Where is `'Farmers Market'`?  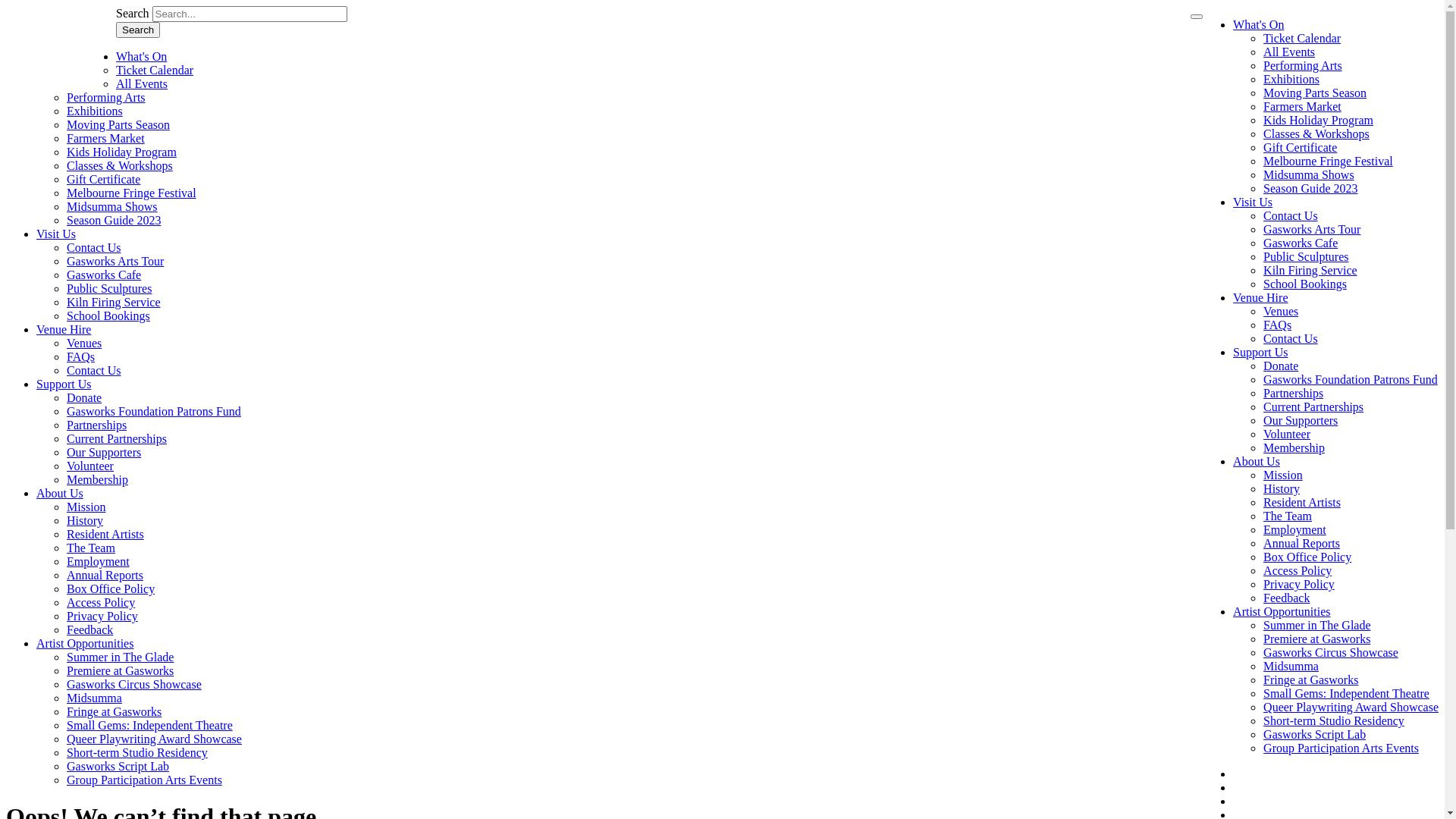
'Farmers Market' is located at coordinates (105, 138).